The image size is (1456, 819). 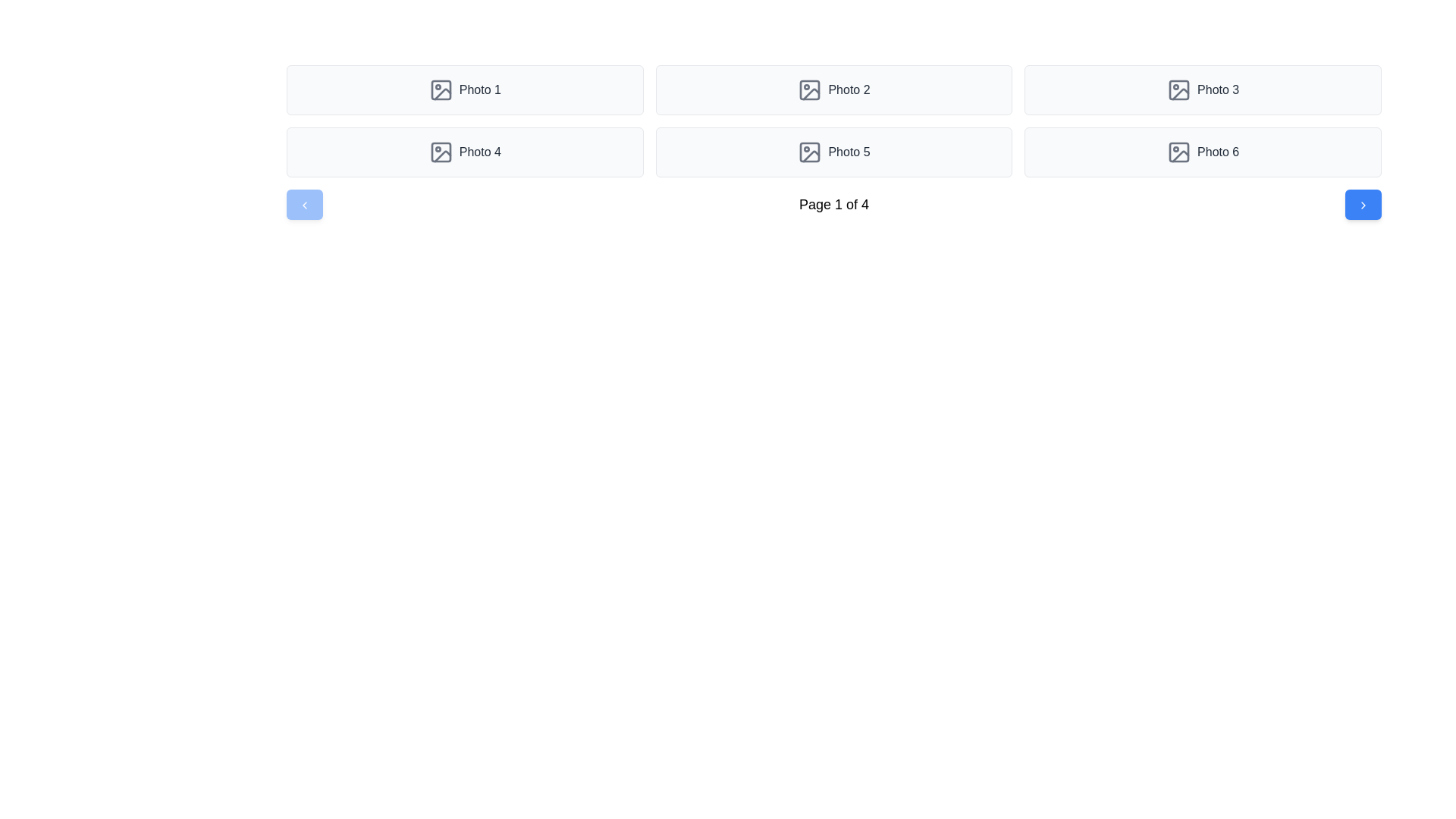 What do you see at coordinates (440, 152) in the screenshot?
I see `image upload icon located inside the card labeled 'Photo 4', positioned horizontally between the text 'Photo 4' and vertically centered in the card` at bounding box center [440, 152].